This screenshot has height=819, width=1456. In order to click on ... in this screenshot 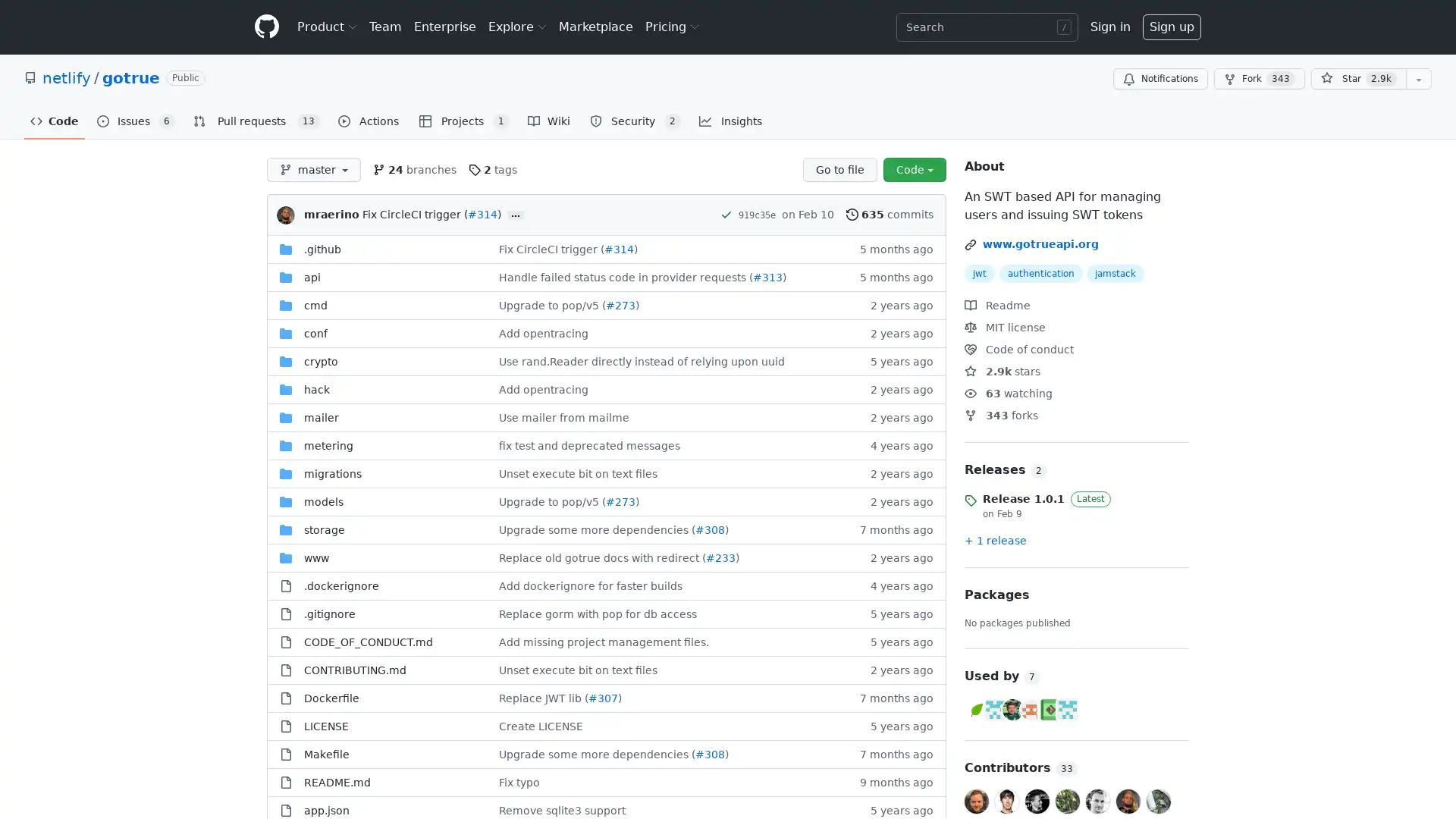, I will do `click(516, 215)`.